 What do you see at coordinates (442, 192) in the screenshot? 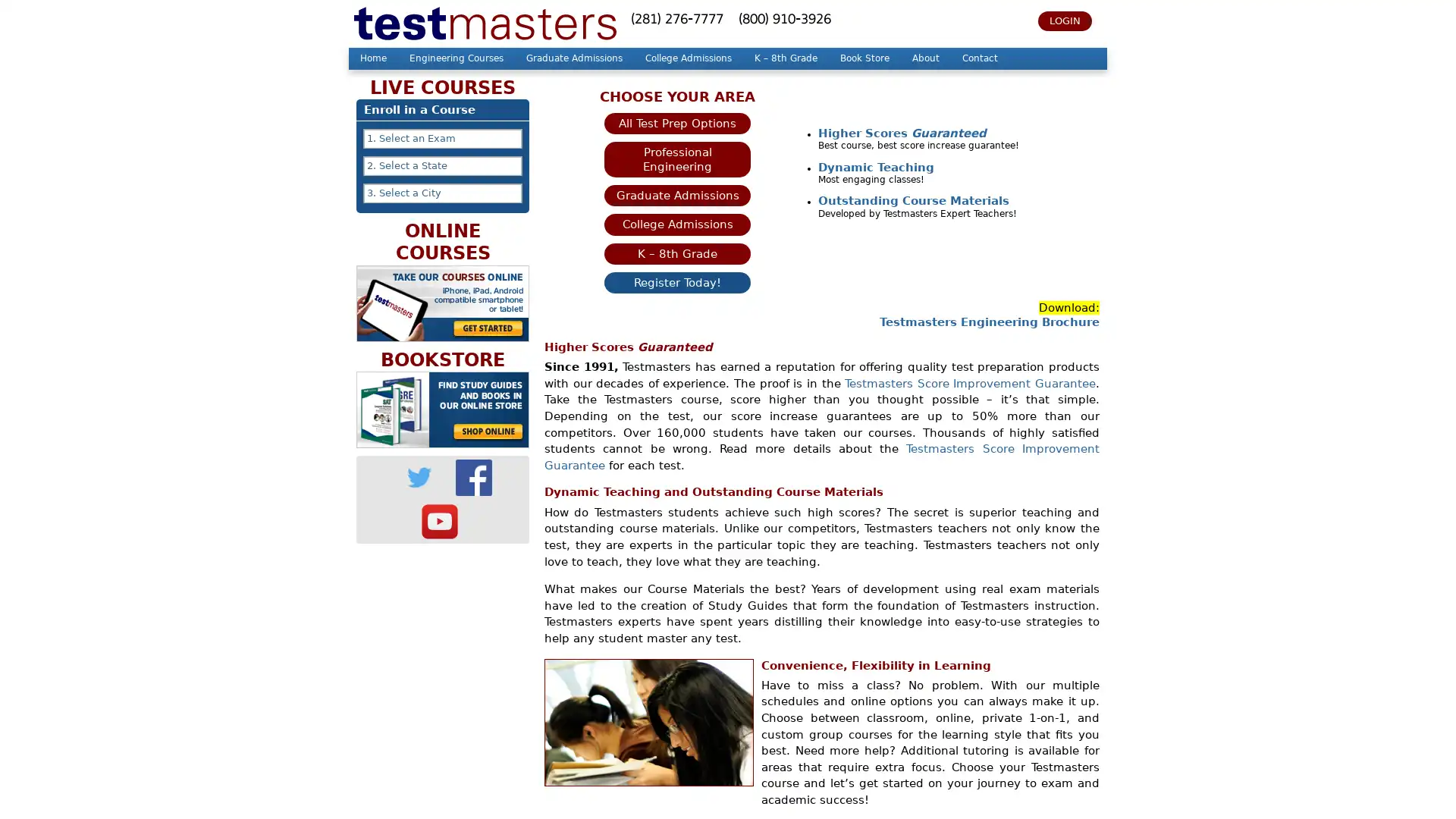
I see `3. Select a City` at bounding box center [442, 192].